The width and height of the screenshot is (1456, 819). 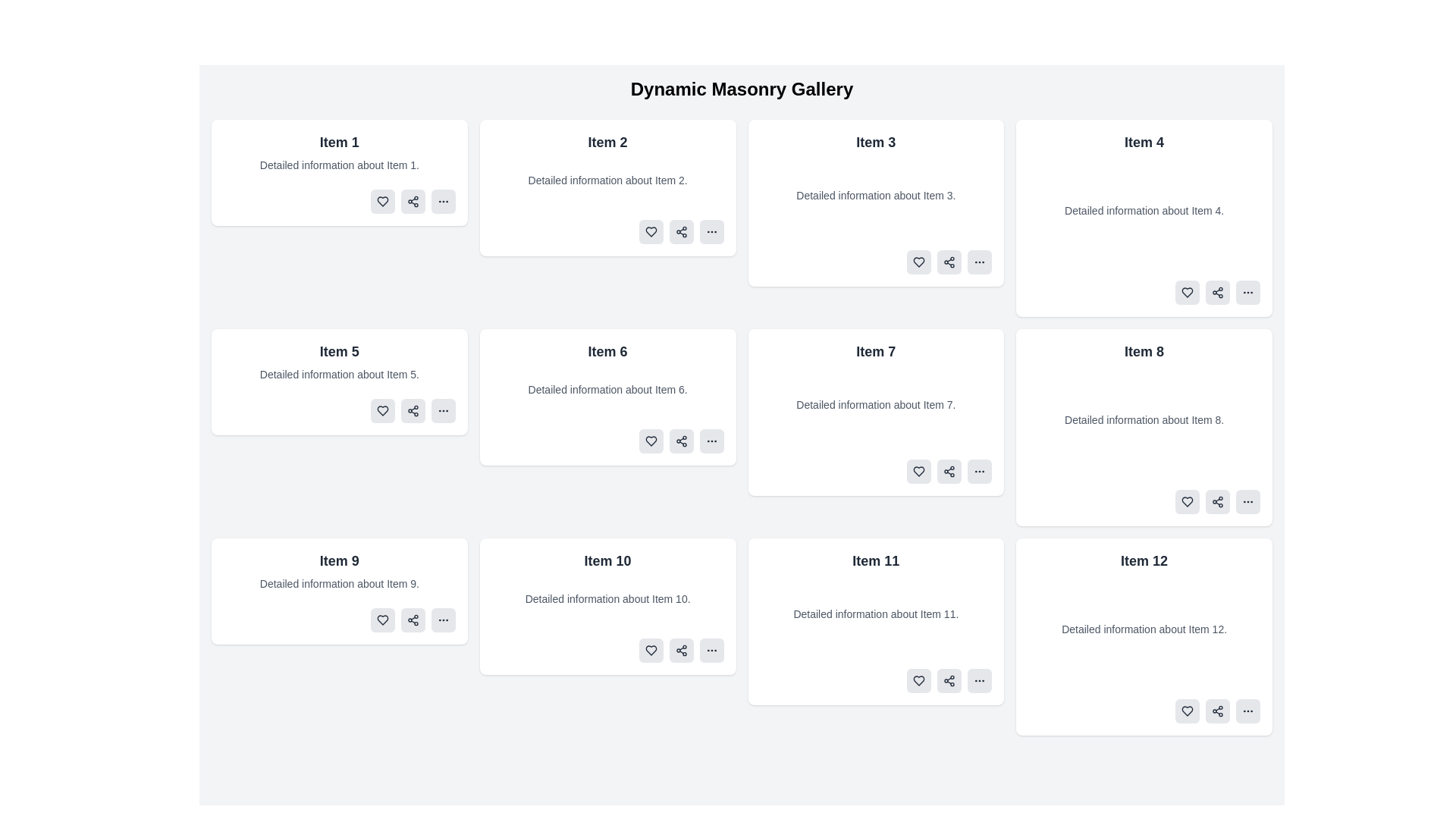 What do you see at coordinates (1144, 218) in the screenshot?
I see `the 'Item 4' card in the top-right position of the masonry grid layout` at bounding box center [1144, 218].